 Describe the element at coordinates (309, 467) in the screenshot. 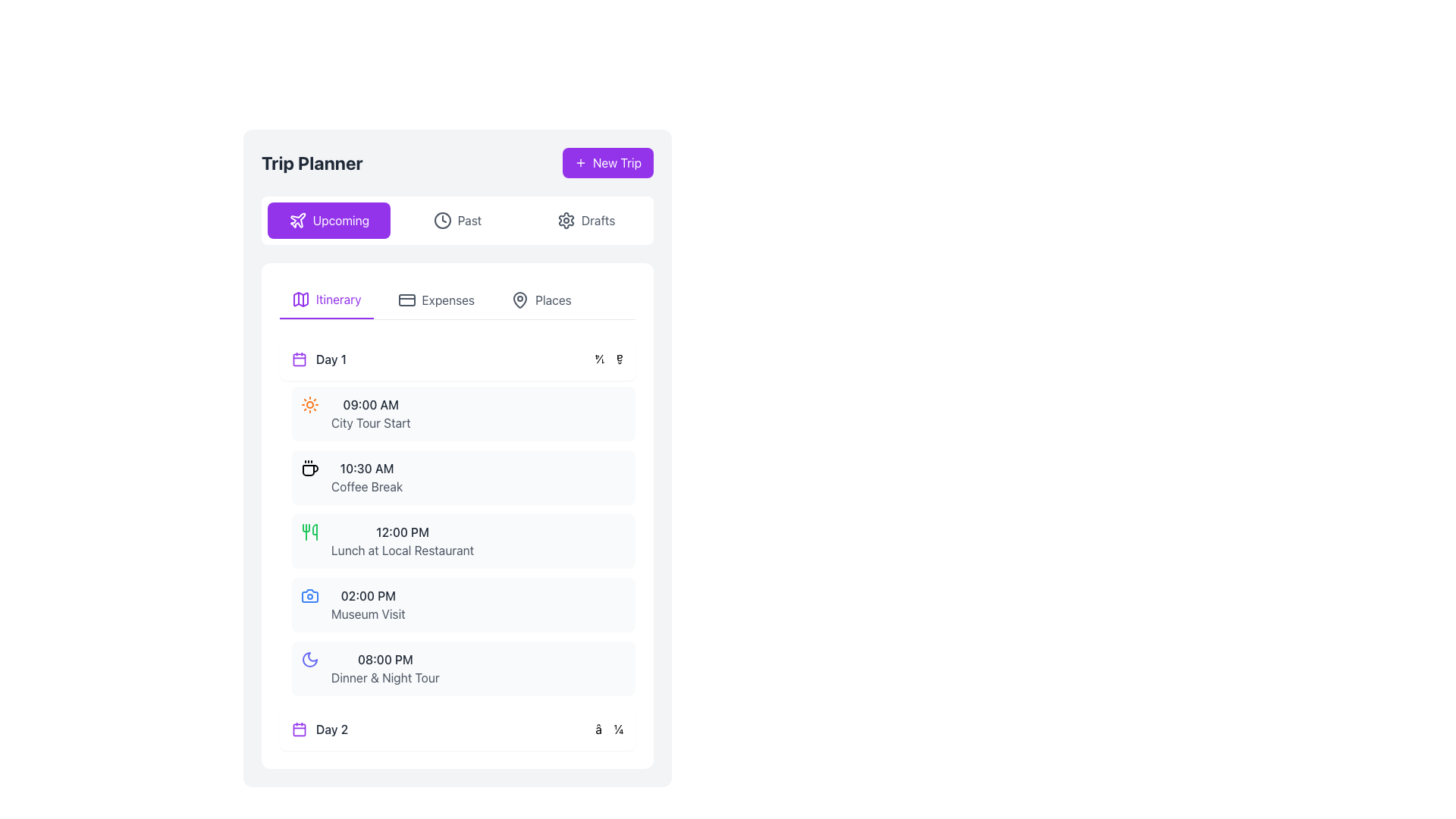

I see `the coffee icon representing the 'Coffee Break' scheduled at 10:30 AM in the itinerary, located in the second row under 'Day 1'` at that location.